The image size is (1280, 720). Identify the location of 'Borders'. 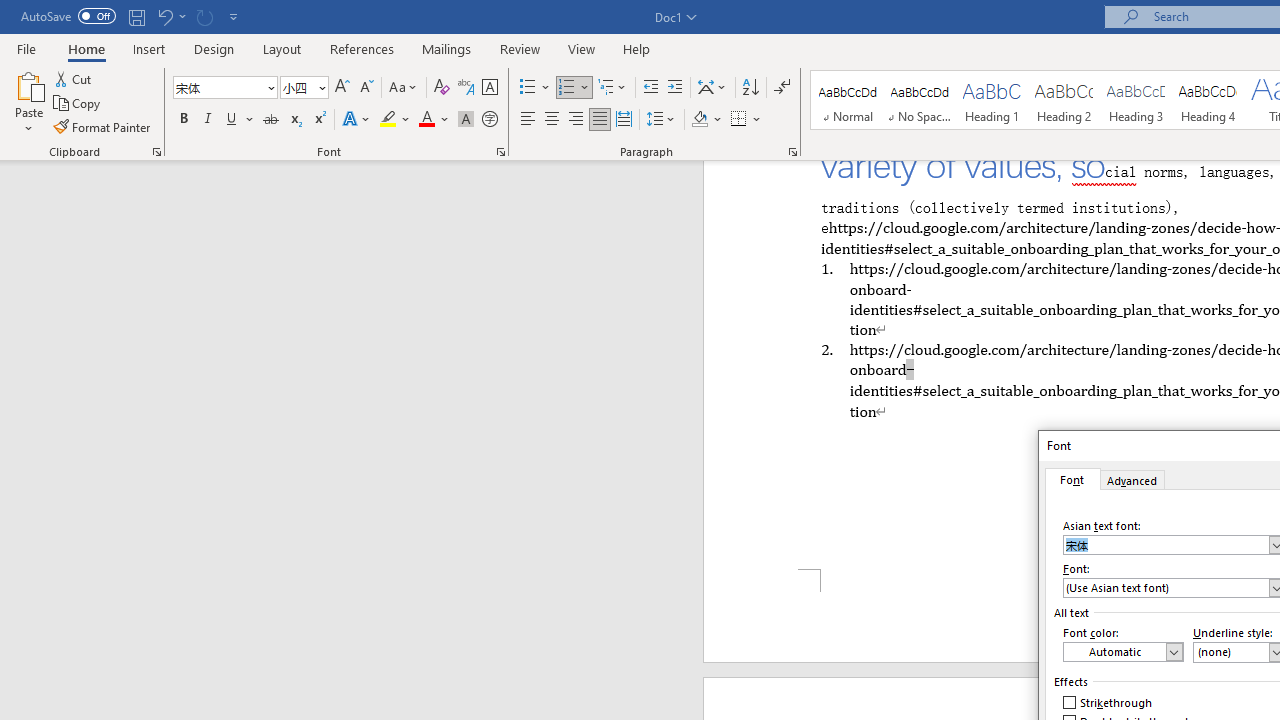
(745, 119).